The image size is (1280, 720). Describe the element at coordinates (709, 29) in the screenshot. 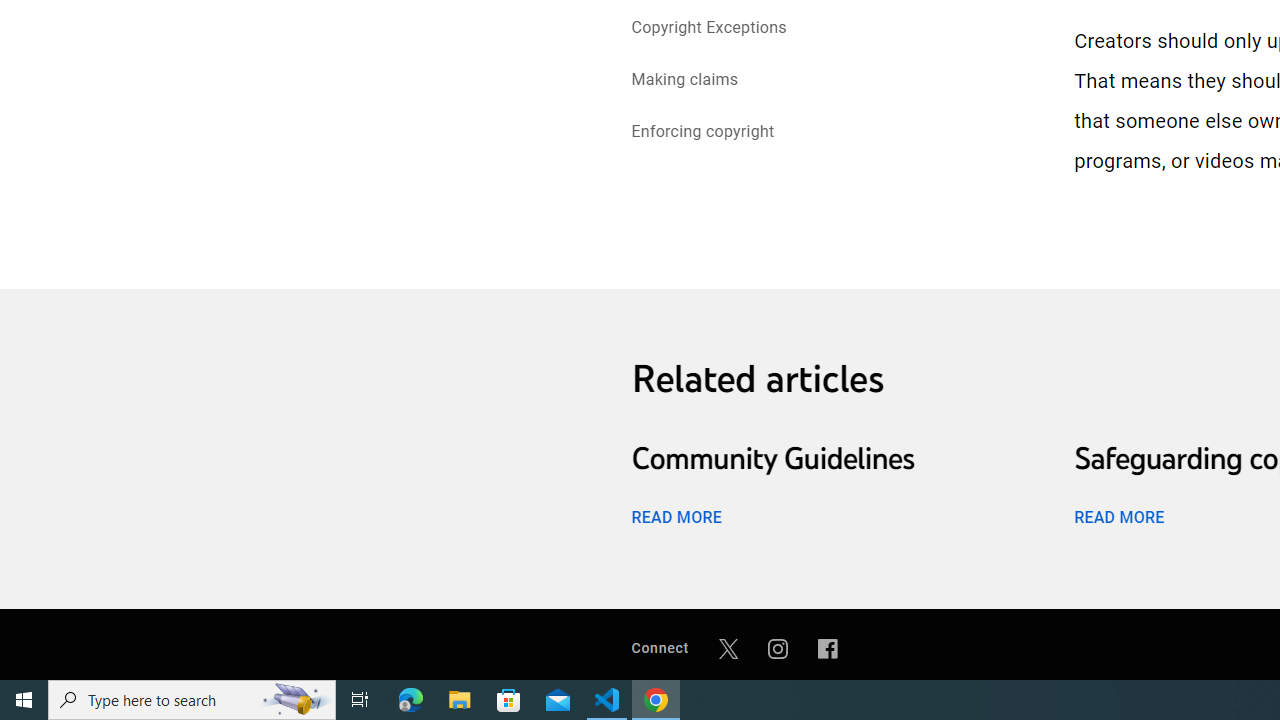

I see `'Copyright Exceptions'` at that location.